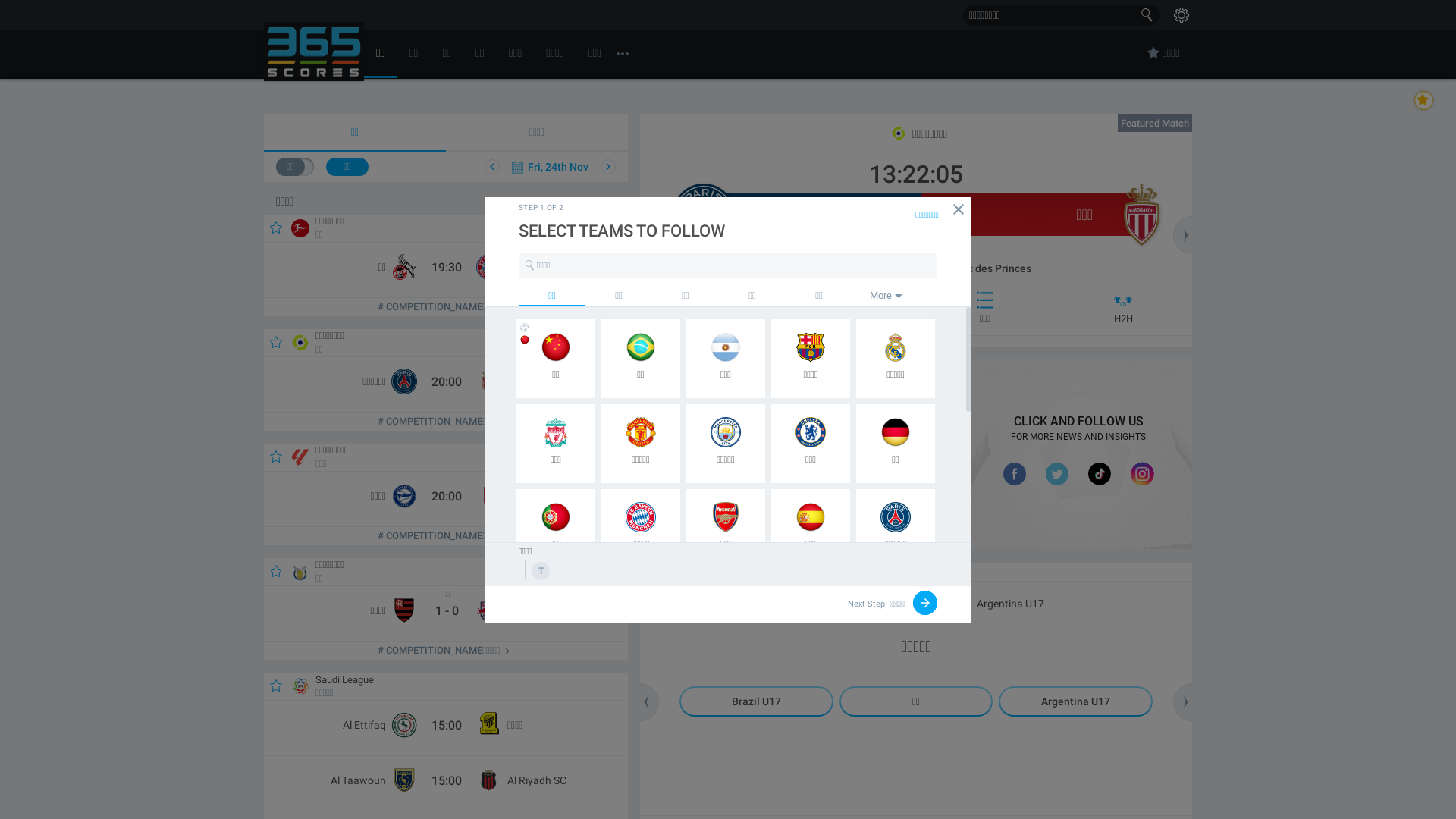 This screenshot has height=819, width=1456. What do you see at coordinates (1120, 307) in the screenshot?
I see `'H2H'` at bounding box center [1120, 307].